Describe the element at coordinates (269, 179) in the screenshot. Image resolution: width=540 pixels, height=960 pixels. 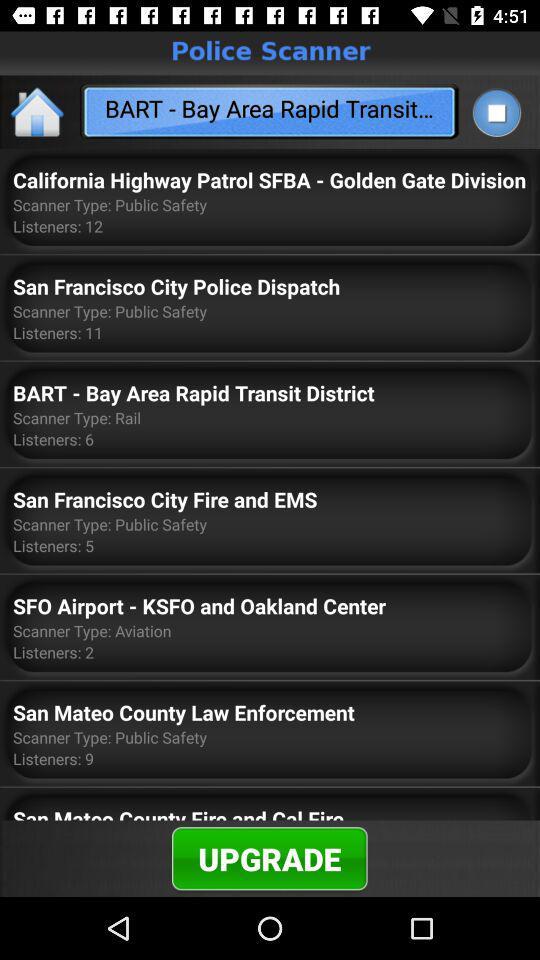
I see `the california highway patrol item` at that location.